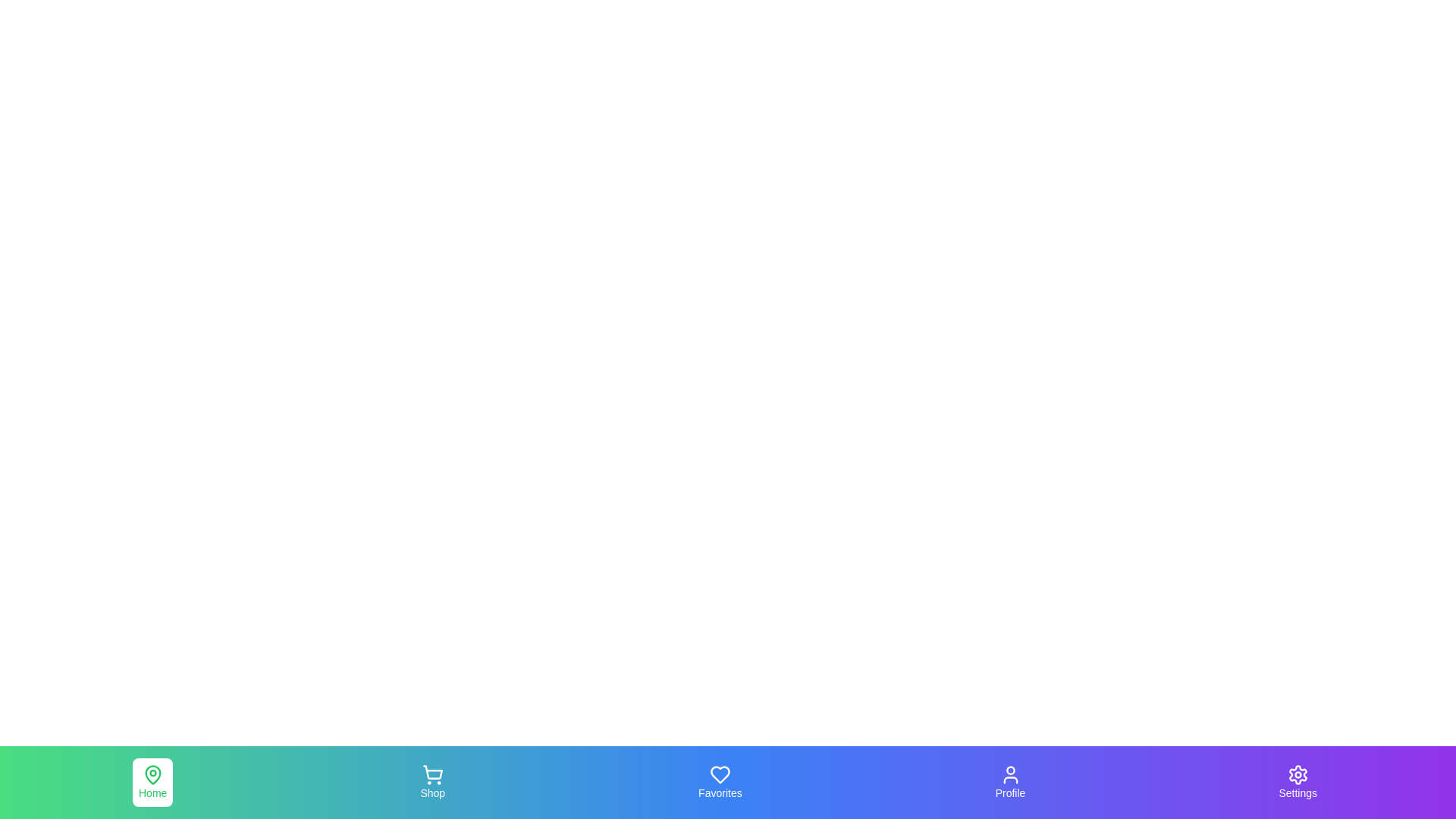 This screenshot has width=1456, height=819. What do you see at coordinates (1296, 783) in the screenshot?
I see `the tab icon for Settings for visual inspection` at bounding box center [1296, 783].